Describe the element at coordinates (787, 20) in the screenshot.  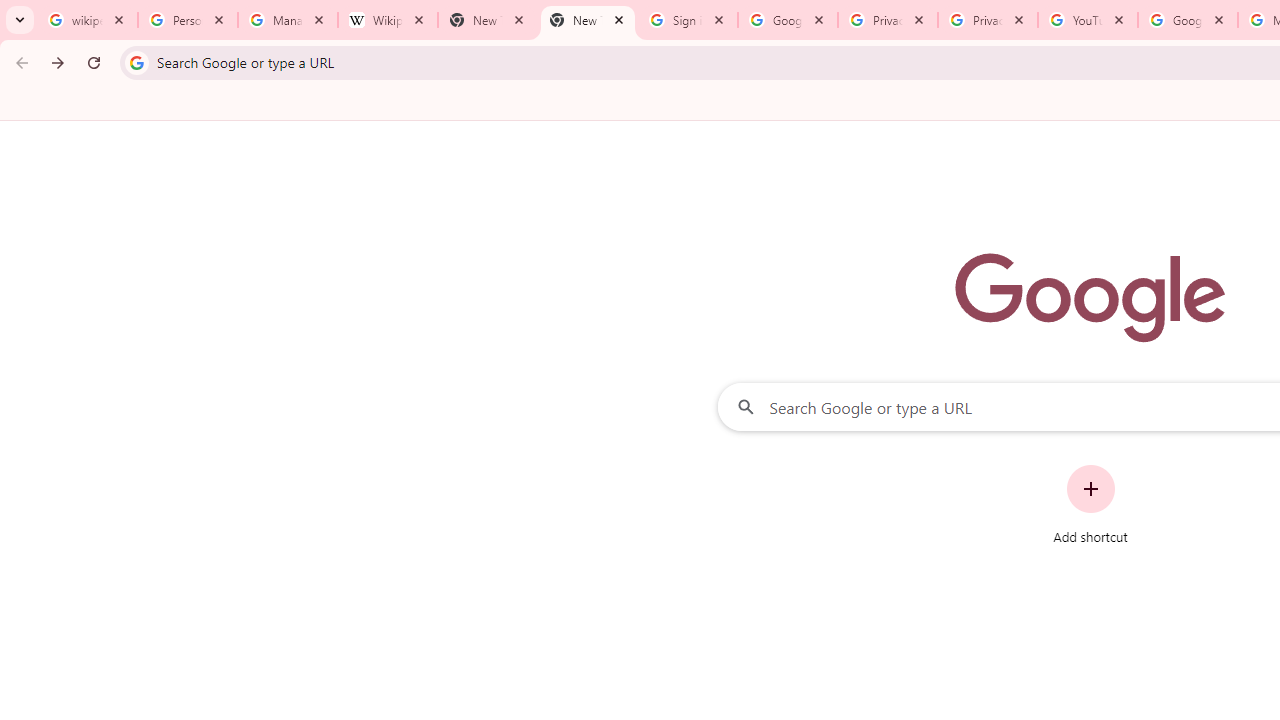
I see `'Google Drive: Sign-in'` at that location.